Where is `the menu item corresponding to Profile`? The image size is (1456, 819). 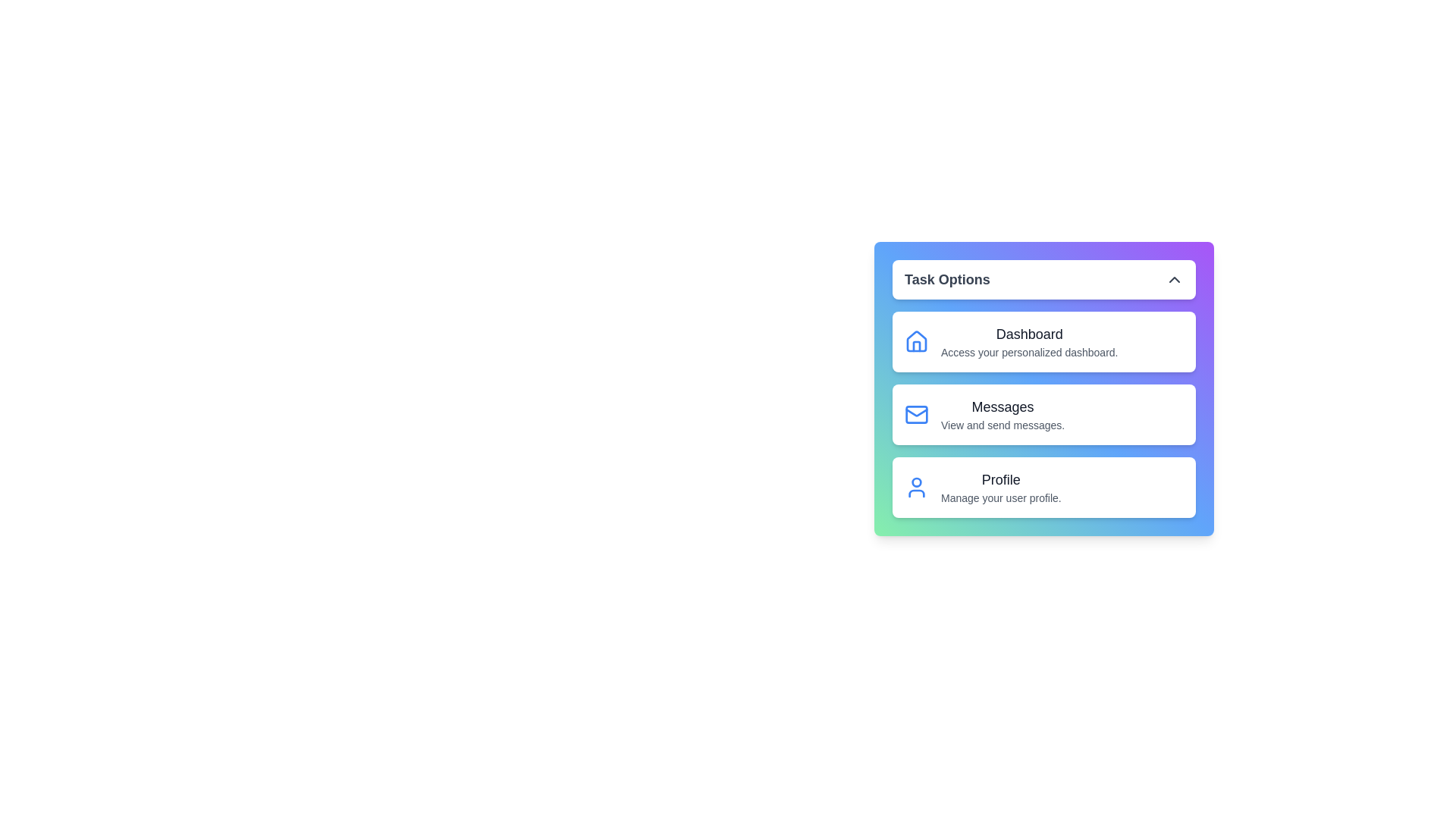
the menu item corresponding to Profile is located at coordinates (1043, 488).